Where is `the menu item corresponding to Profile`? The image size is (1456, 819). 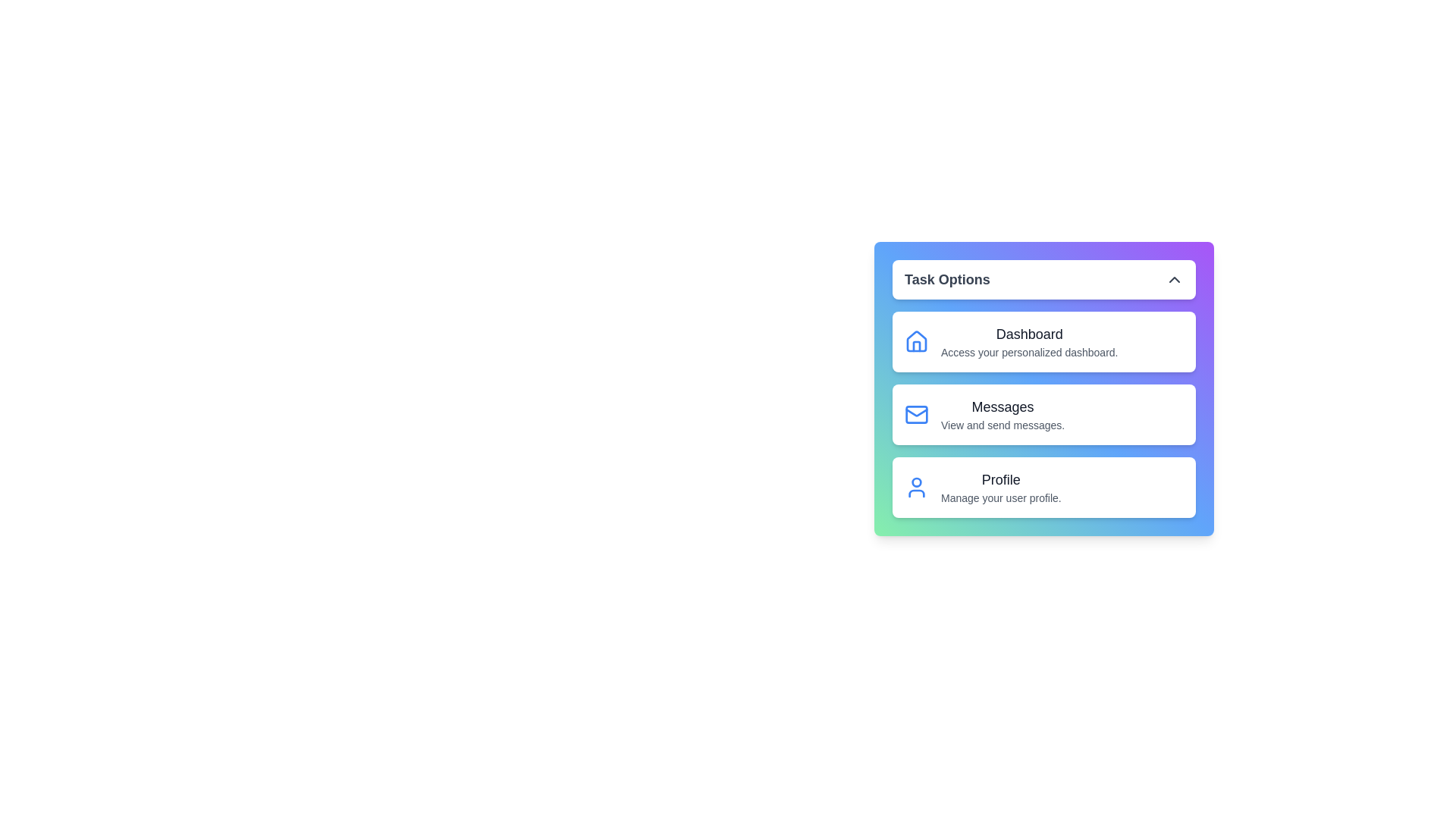
the menu item corresponding to Profile is located at coordinates (1043, 488).